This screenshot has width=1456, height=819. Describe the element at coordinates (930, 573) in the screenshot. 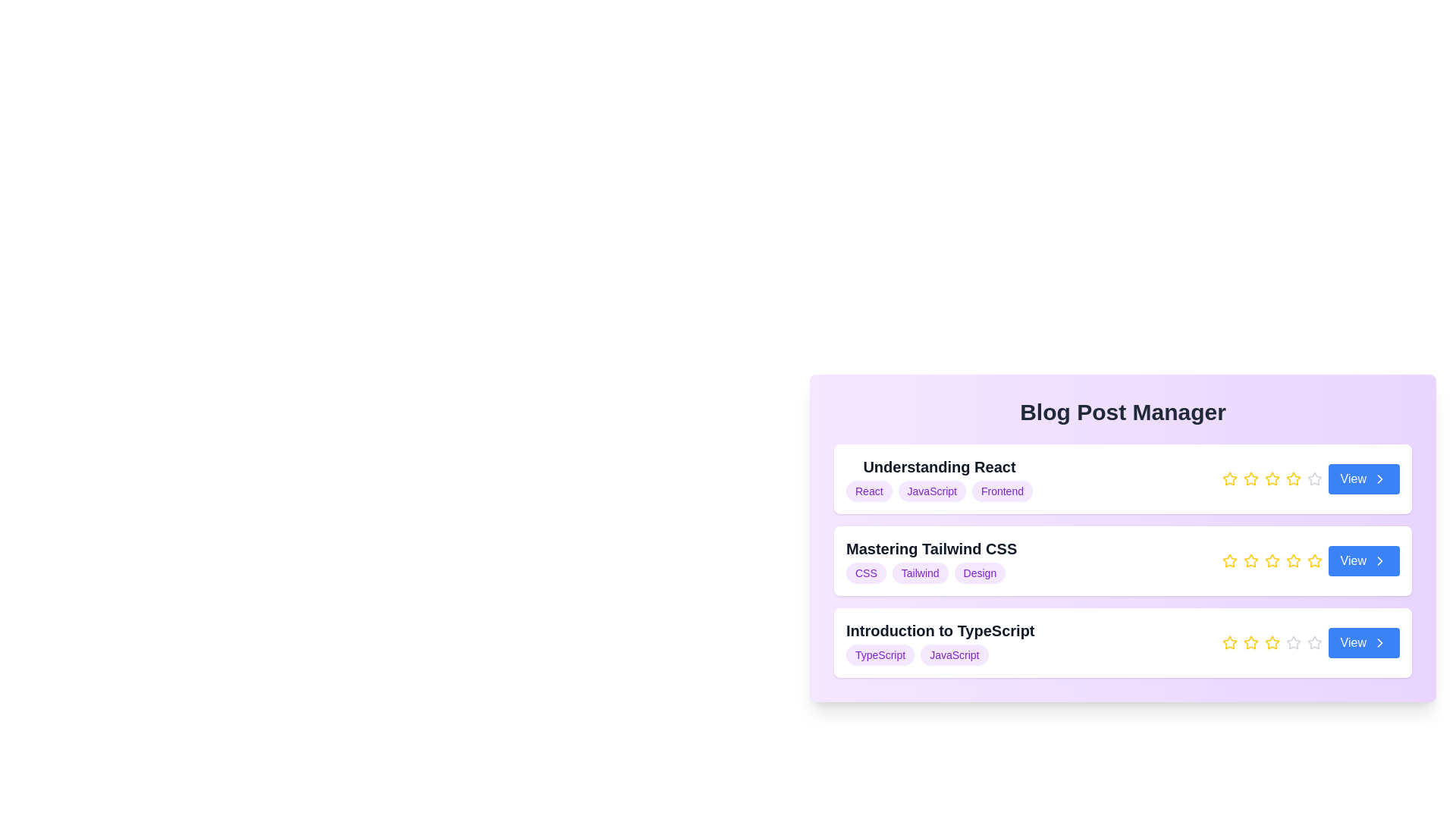

I see `each tag in the category group under 'Mastering Tailwind CSS' for possible interaction` at that location.